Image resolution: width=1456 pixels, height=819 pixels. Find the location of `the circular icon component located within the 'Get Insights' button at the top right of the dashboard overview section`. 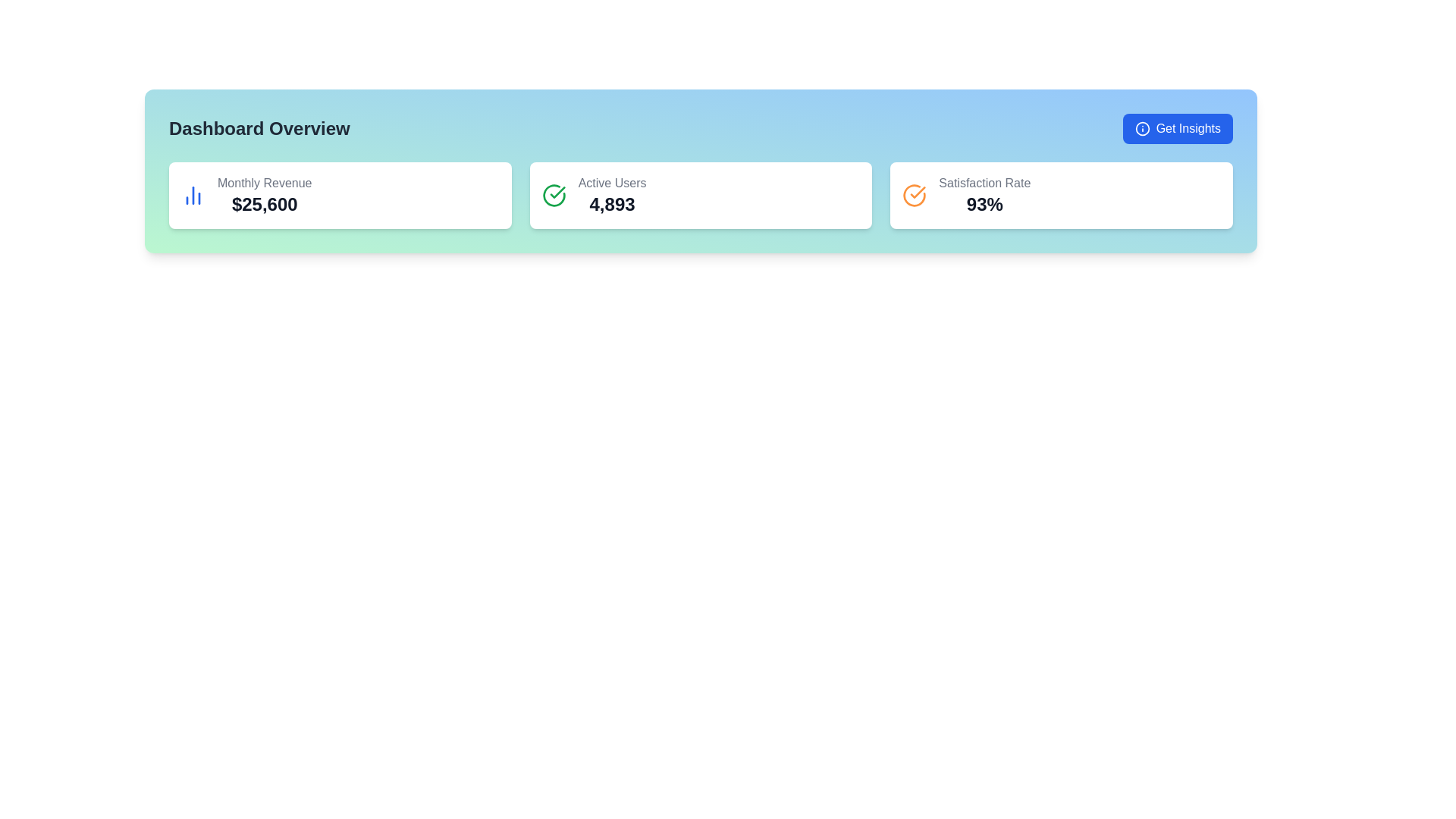

the circular icon component located within the 'Get Insights' button at the top right of the dashboard overview section is located at coordinates (1142, 127).